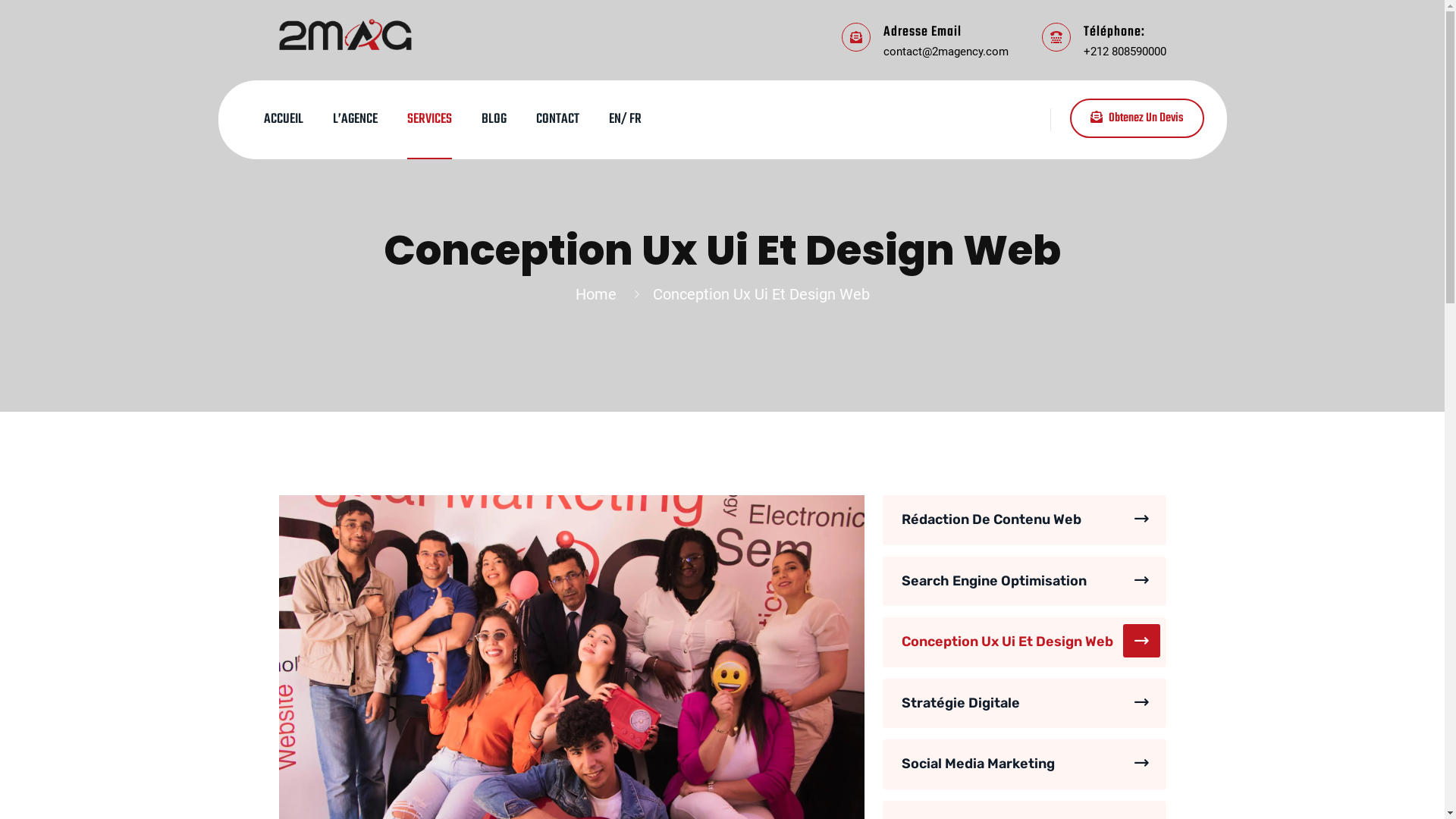 Image resolution: width=1456 pixels, height=819 pixels. What do you see at coordinates (1024, 642) in the screenshot?
I see `'Conception Ux Ui Et Design Web'` at bounding box center [1024, 642].